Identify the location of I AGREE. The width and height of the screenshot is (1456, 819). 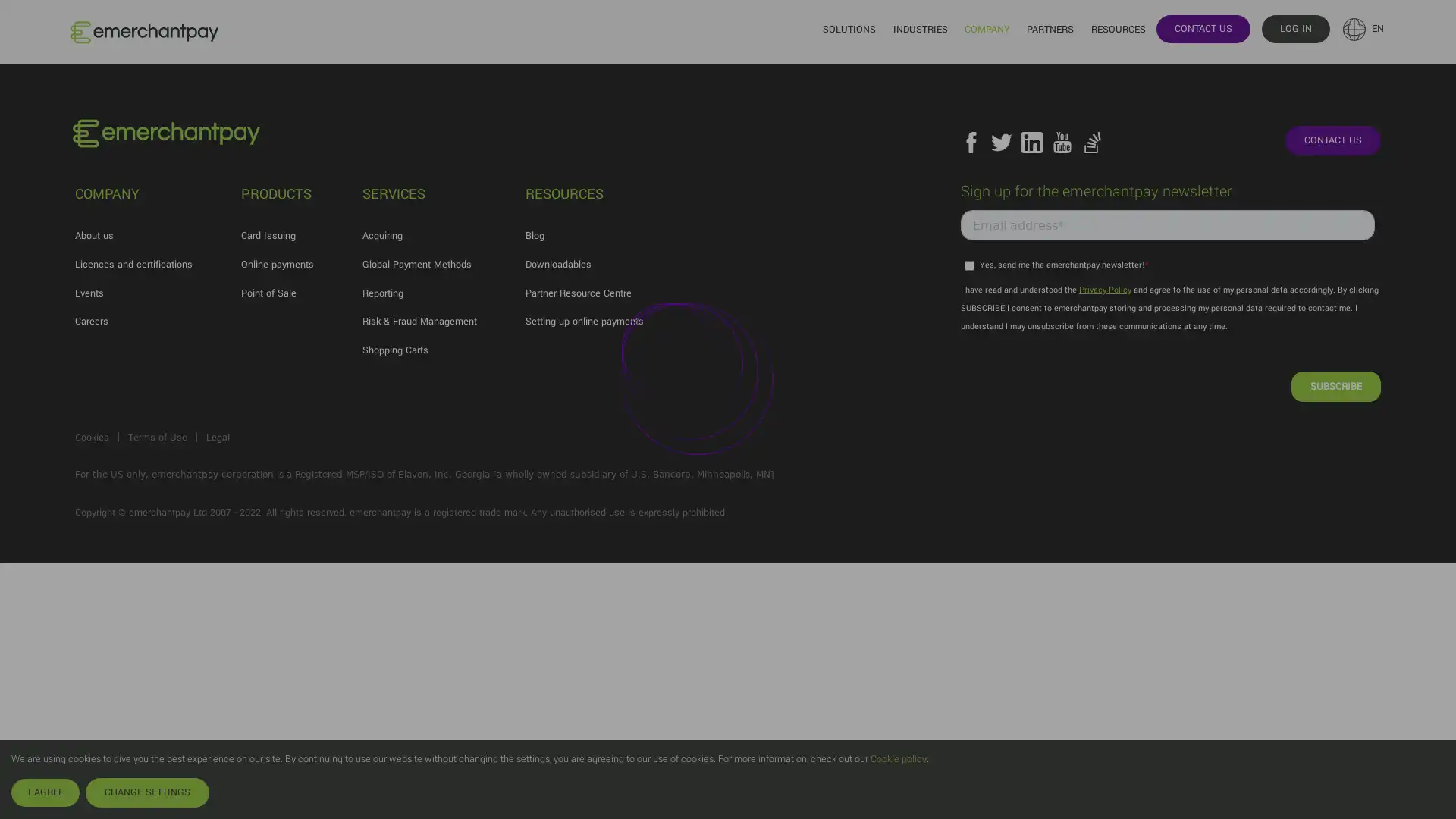
(45, 792).